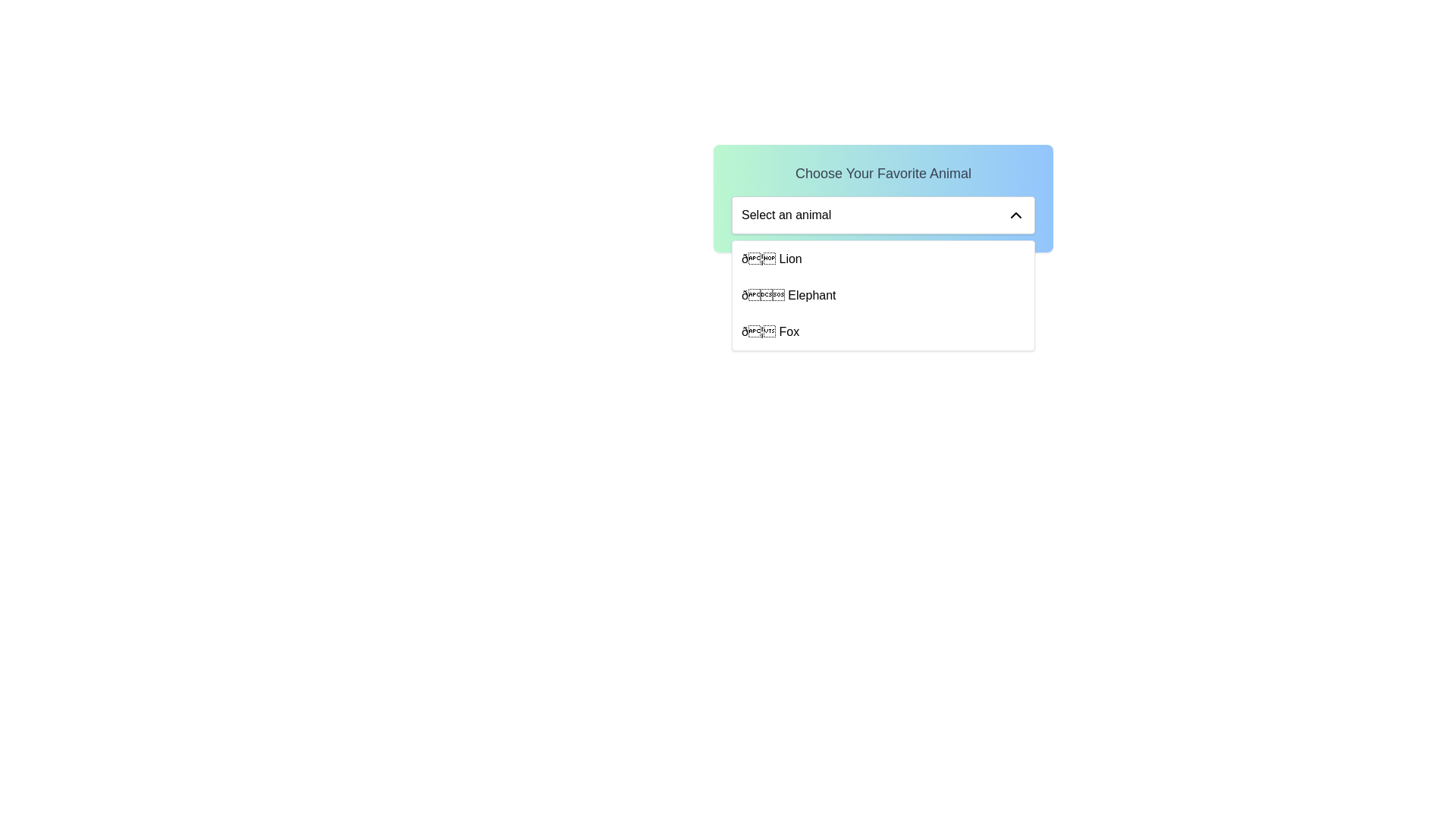  What do you see at coordinates (789, 295) in the screenshot?
I see `to select the '🐘 Elephant' option from the dropdown menu located under 'Choose Your Favorite Animal', positioned second in the list` at bounding box center [789, 295].